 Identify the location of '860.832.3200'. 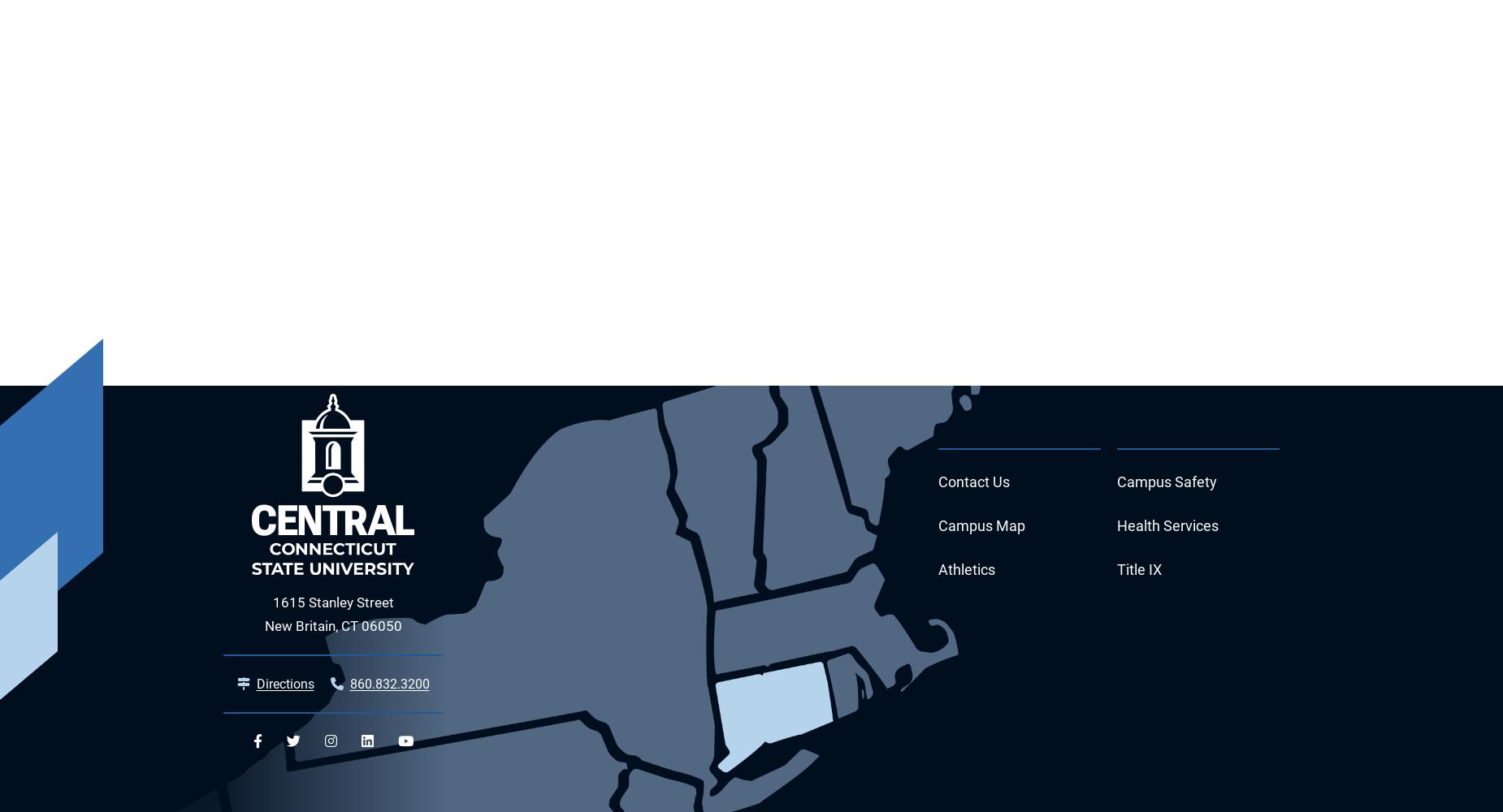
(348, 683).